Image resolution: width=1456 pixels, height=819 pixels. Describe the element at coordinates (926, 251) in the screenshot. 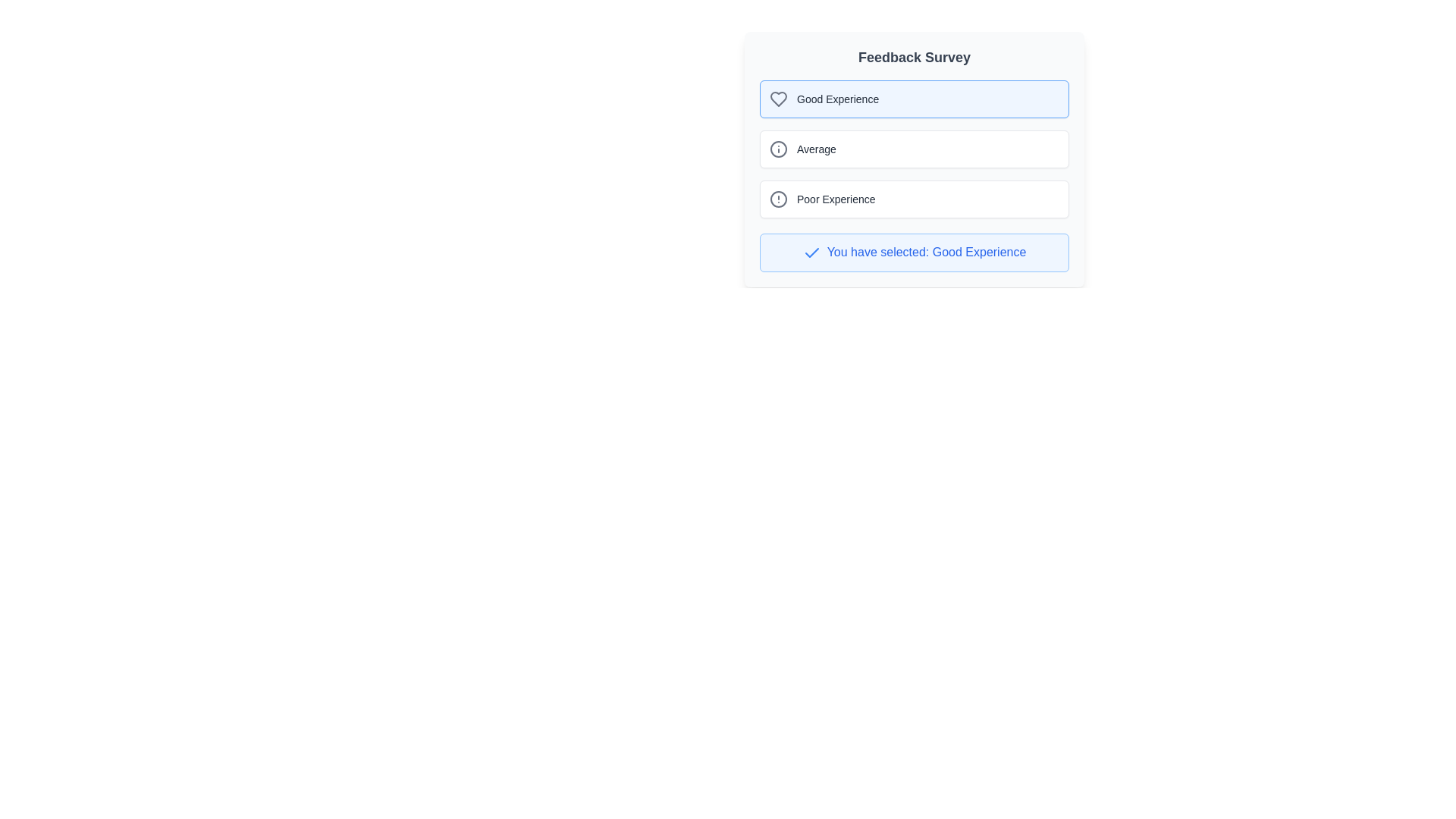

I see `confirmation message displayed in the text block located in the feedback survey interface, positioned next to a checkmark icon` at that location.